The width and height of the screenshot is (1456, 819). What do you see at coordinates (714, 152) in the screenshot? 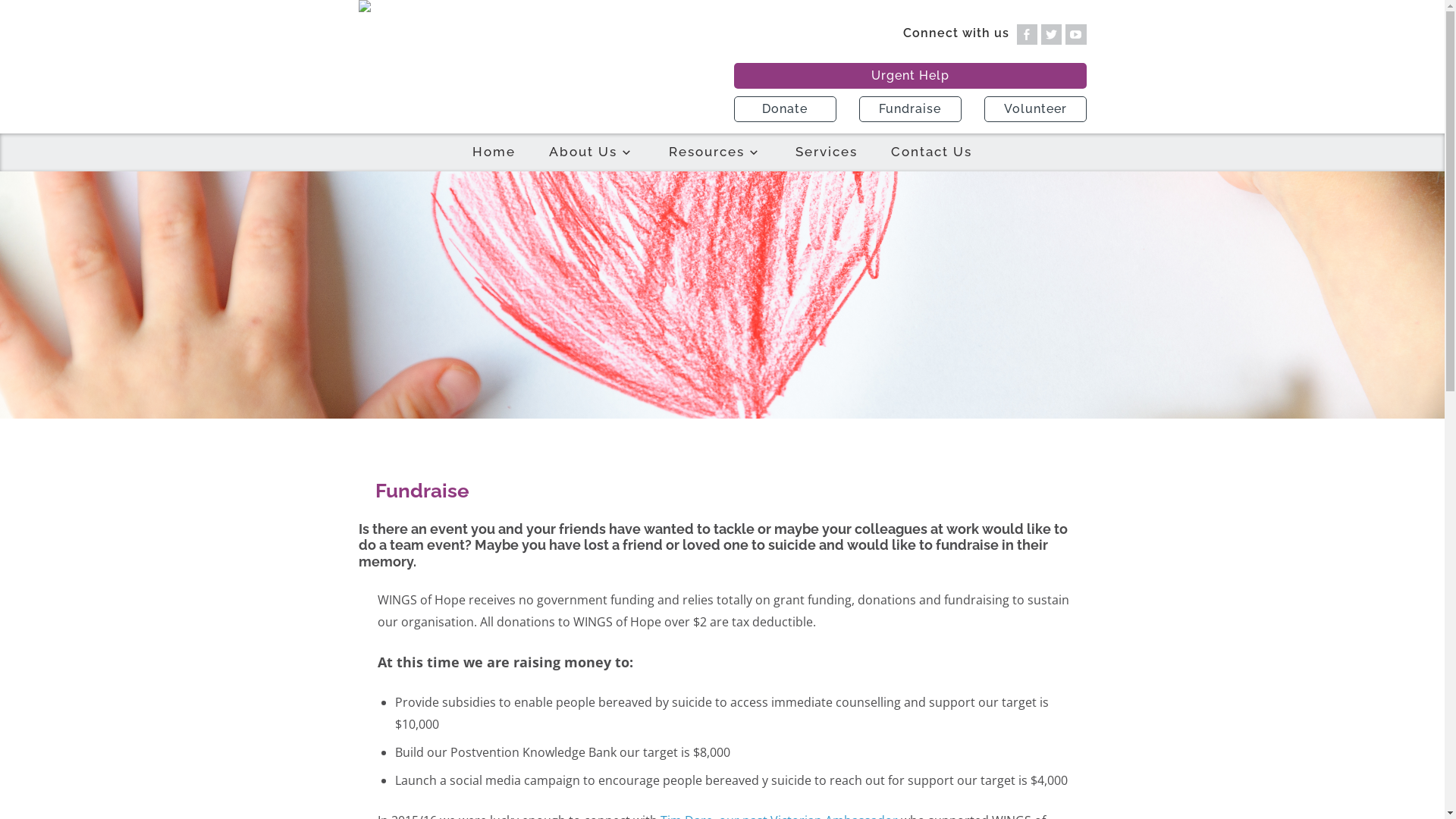
I see `'Resources'` at bounding box center [714, 152].